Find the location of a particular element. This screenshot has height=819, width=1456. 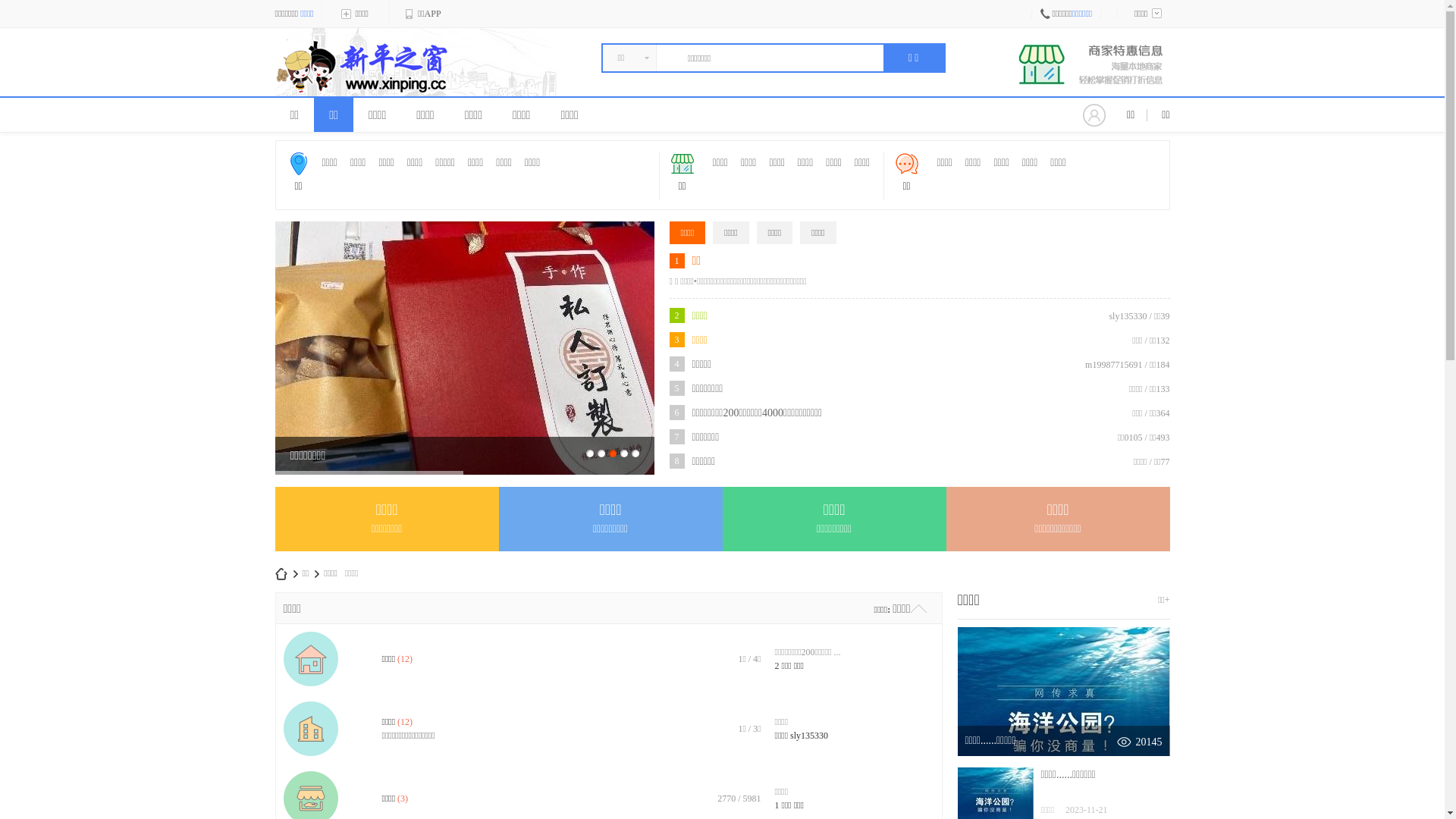

'4' is located at coordinates (623, 452).